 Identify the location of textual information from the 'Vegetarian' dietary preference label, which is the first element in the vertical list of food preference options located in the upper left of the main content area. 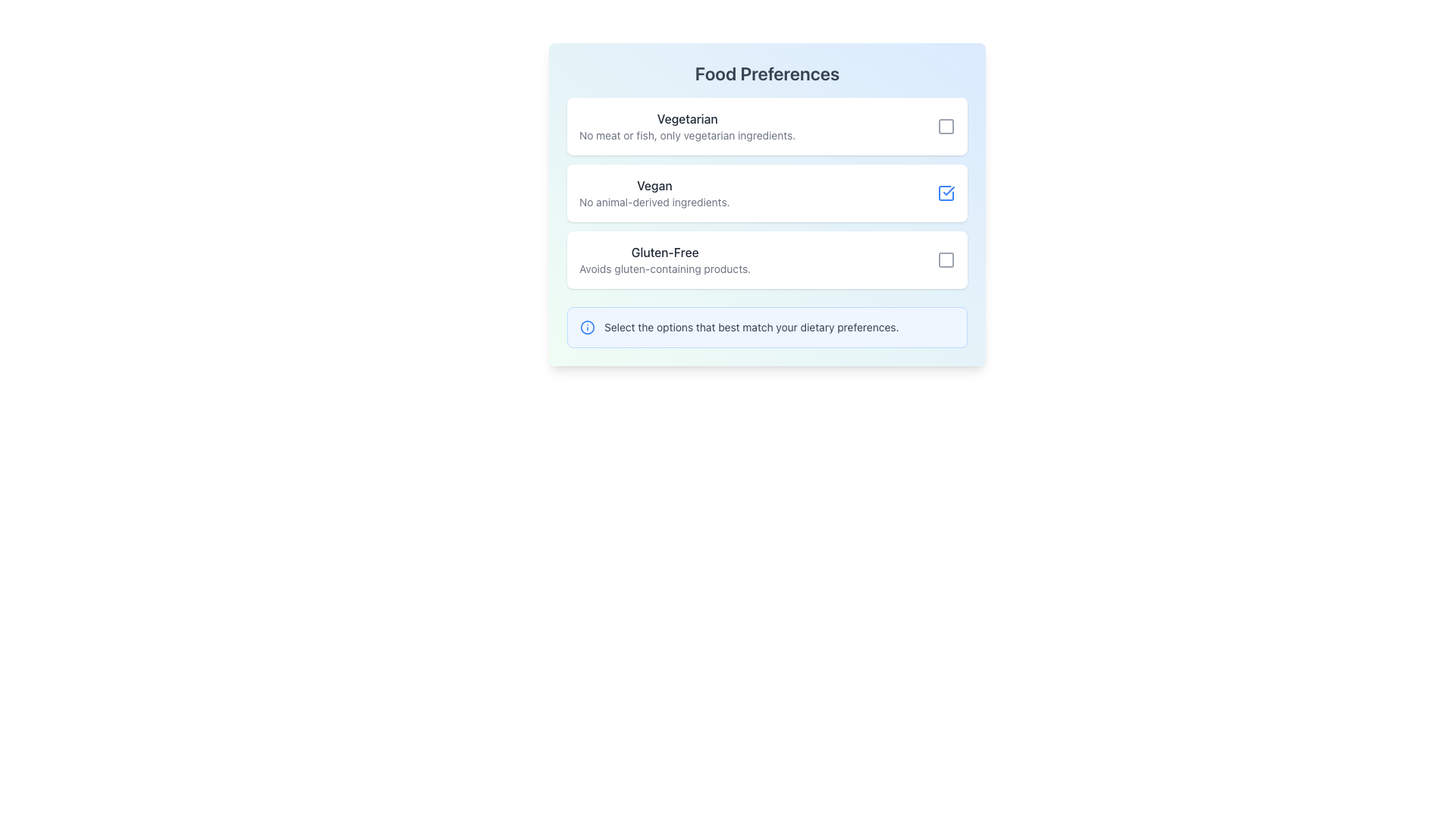
(686, 125).